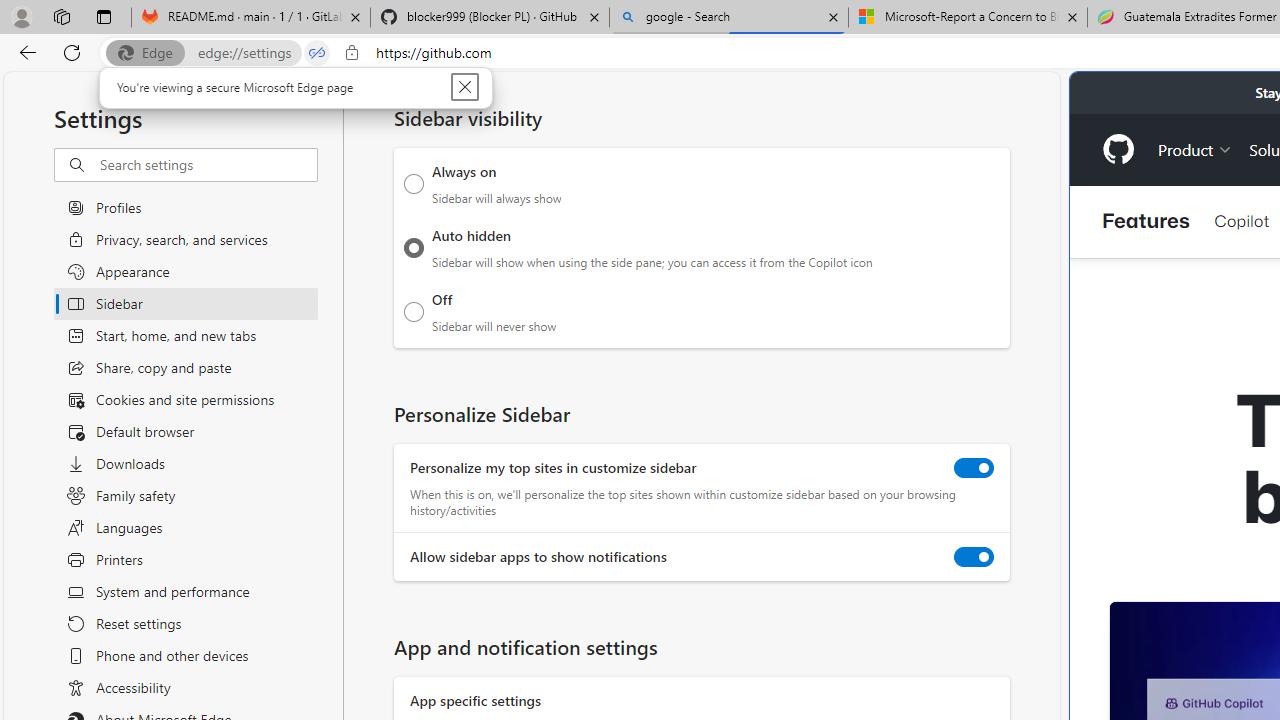 The image size is (1280, 720). Describe the element at coordinates (413, 183) in the screenshot. I see `'Always on Sidebar will always show'` at that location.